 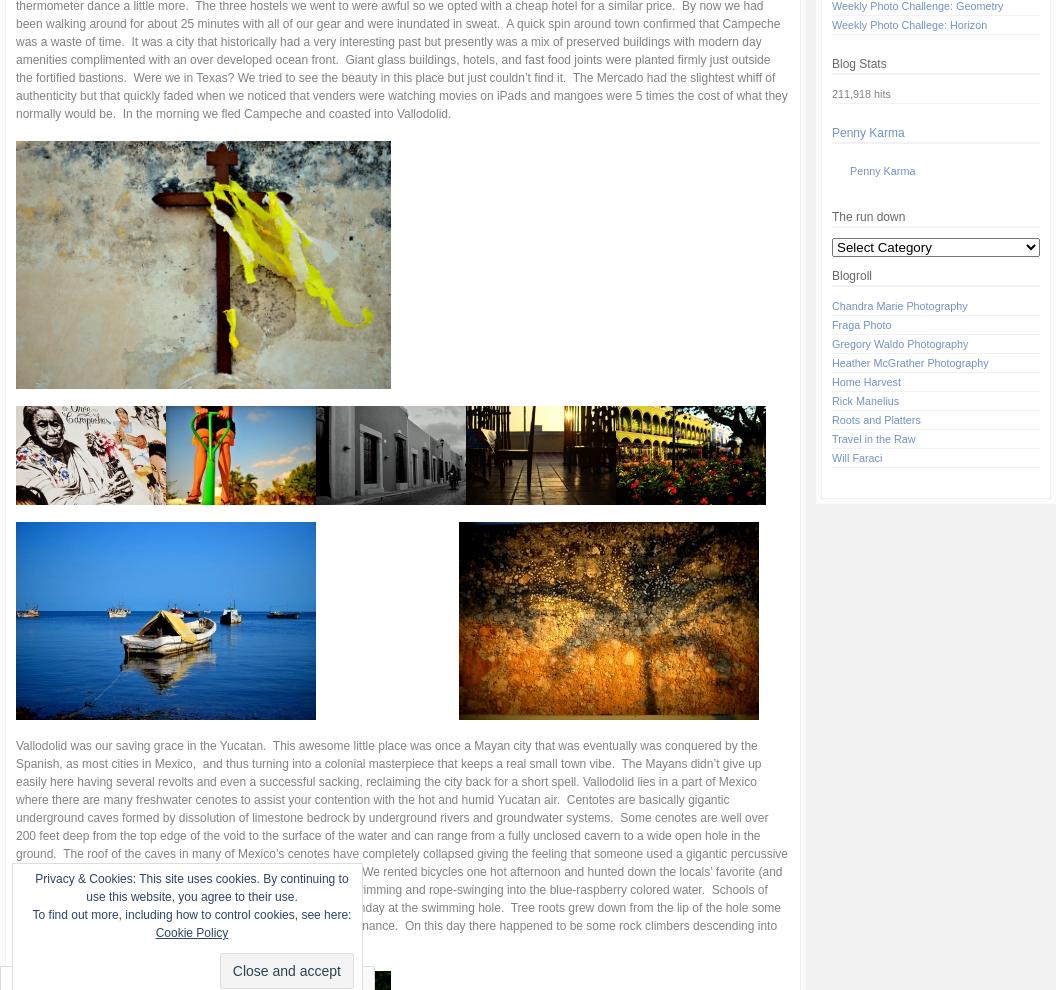 I want to click on 'Rick Manelius', so click(x=864, y=400).